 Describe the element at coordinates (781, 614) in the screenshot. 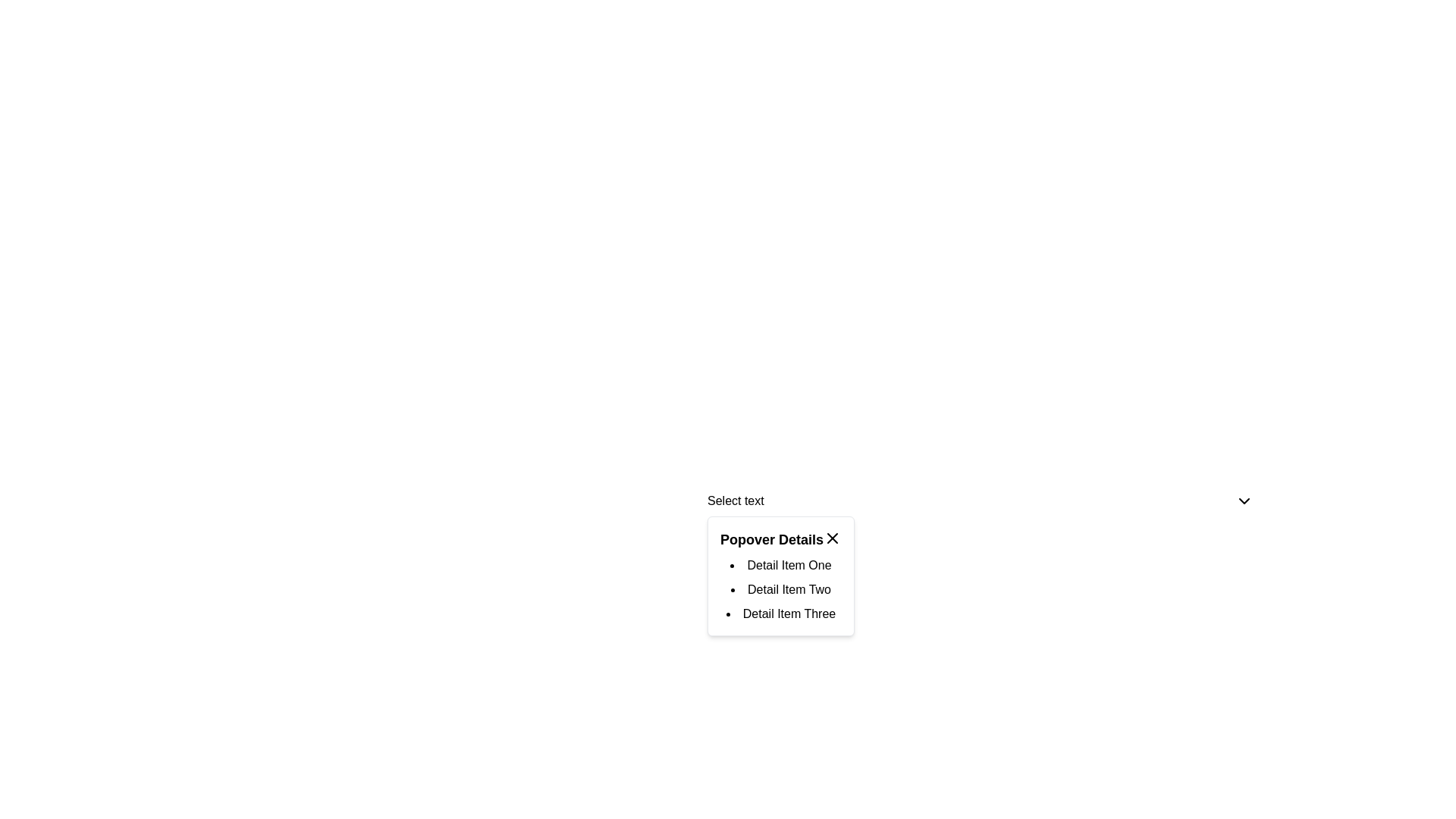

I see `static text item in the list that shows 'Detail Item Three', which is the third item in a bulleted list within a popover` at that location.